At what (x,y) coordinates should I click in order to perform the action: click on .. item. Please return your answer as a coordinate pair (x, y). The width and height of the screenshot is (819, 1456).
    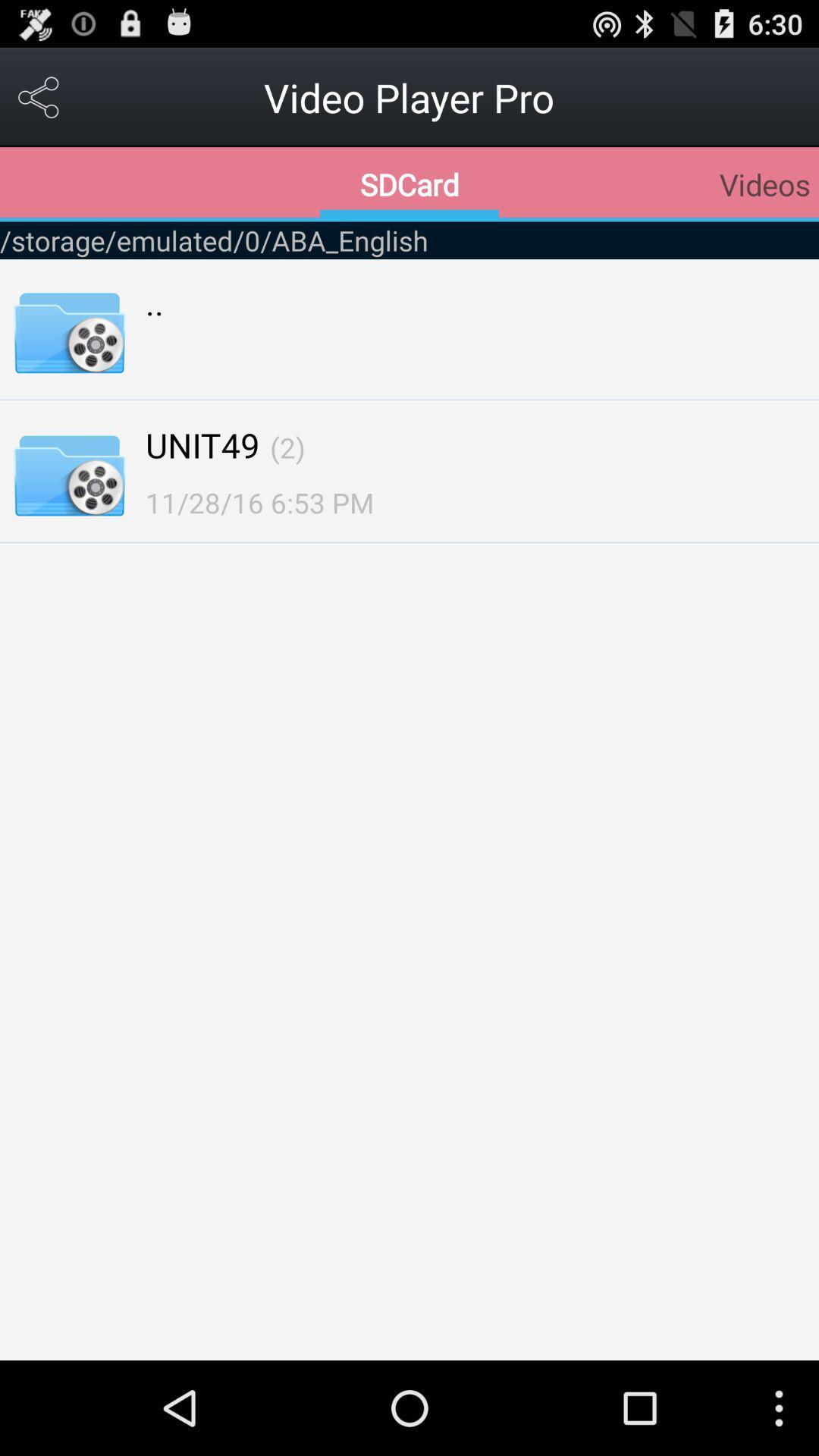
    Looking at the image, I should click on (155, 302).